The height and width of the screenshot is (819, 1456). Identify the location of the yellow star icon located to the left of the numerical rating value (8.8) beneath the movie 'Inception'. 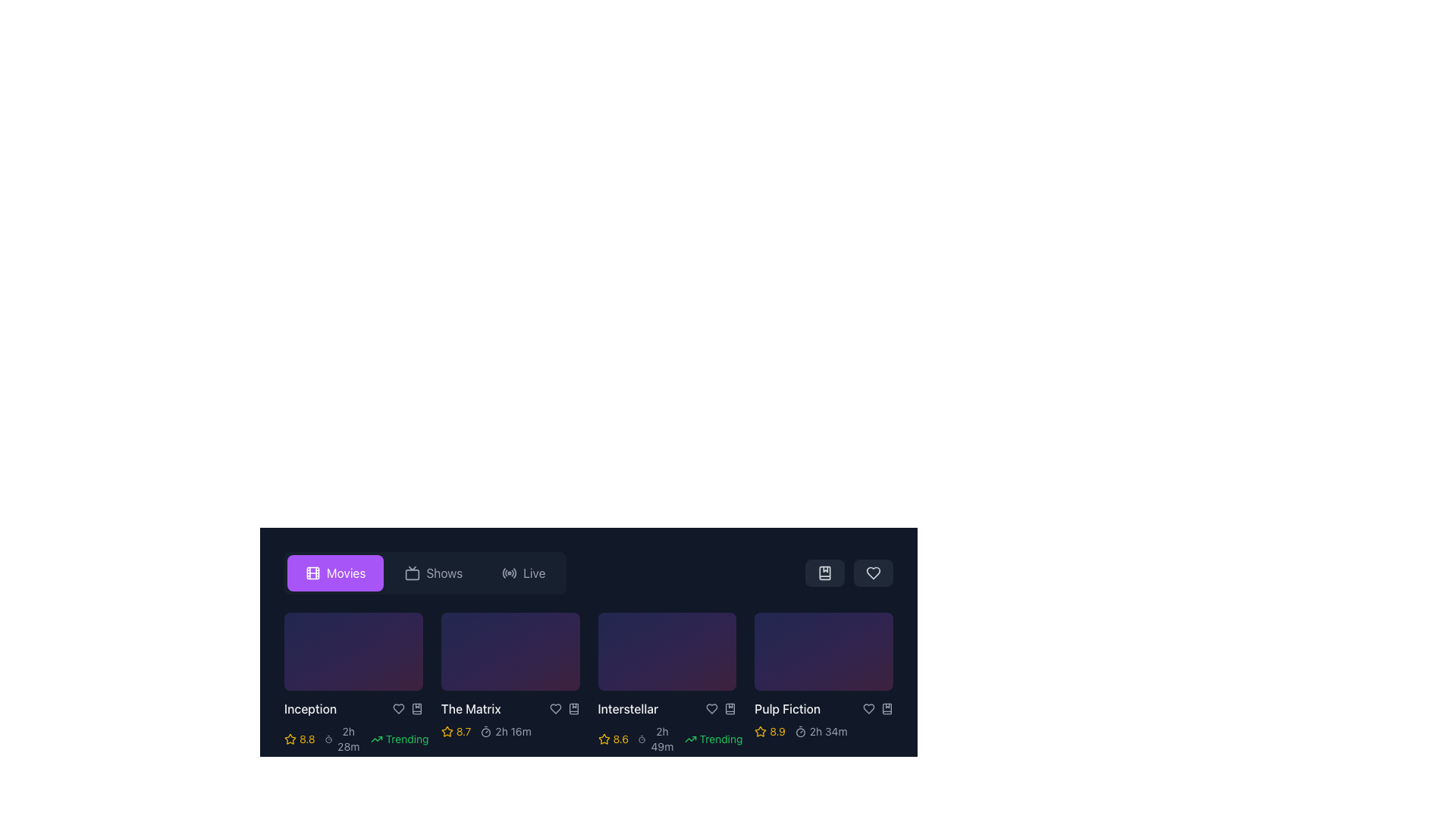
(290, 738).